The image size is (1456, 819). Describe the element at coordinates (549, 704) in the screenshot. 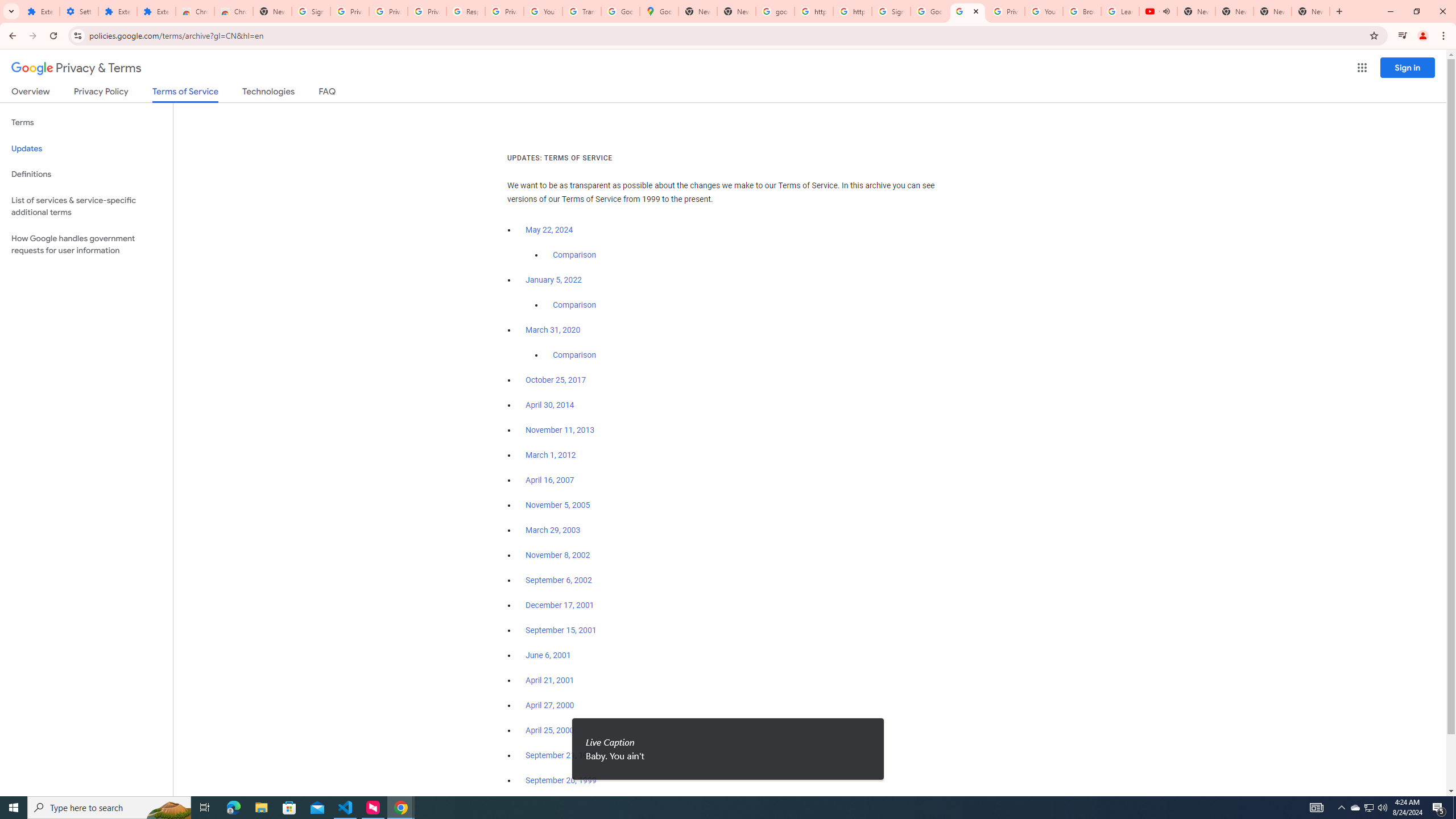

I see `'April 27, 2000'` at that location.